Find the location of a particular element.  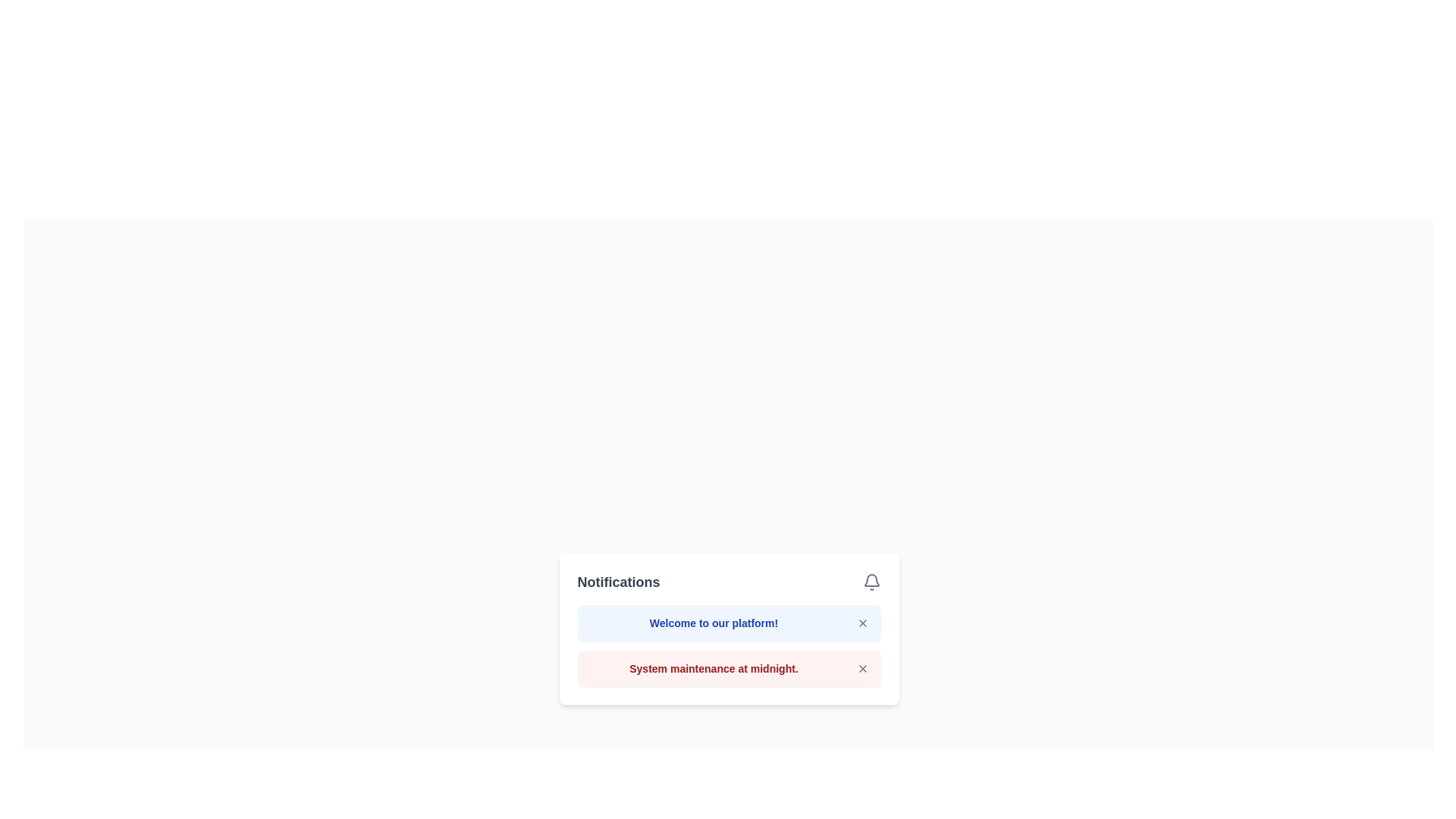

the bell-shaped icon outlined in gray, located to the right of the 'Notifications' title text is located at coordinates (871, 581).